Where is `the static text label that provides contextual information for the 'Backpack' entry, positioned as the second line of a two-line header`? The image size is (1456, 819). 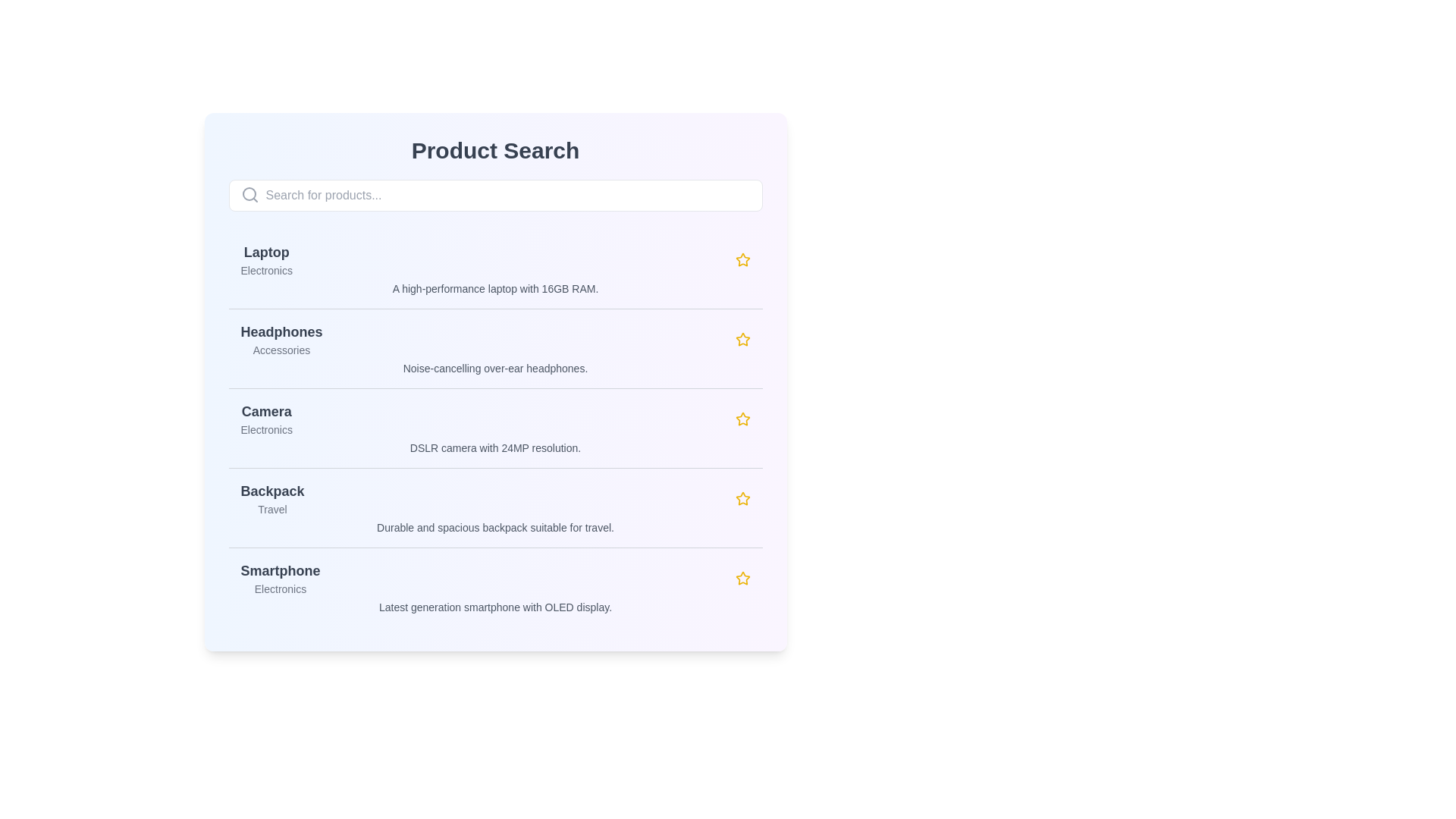 the static text label that provides contextual information for the 'Backpack' entry, positioned as the second line of a two-line header is located at coordinates (272, 509).